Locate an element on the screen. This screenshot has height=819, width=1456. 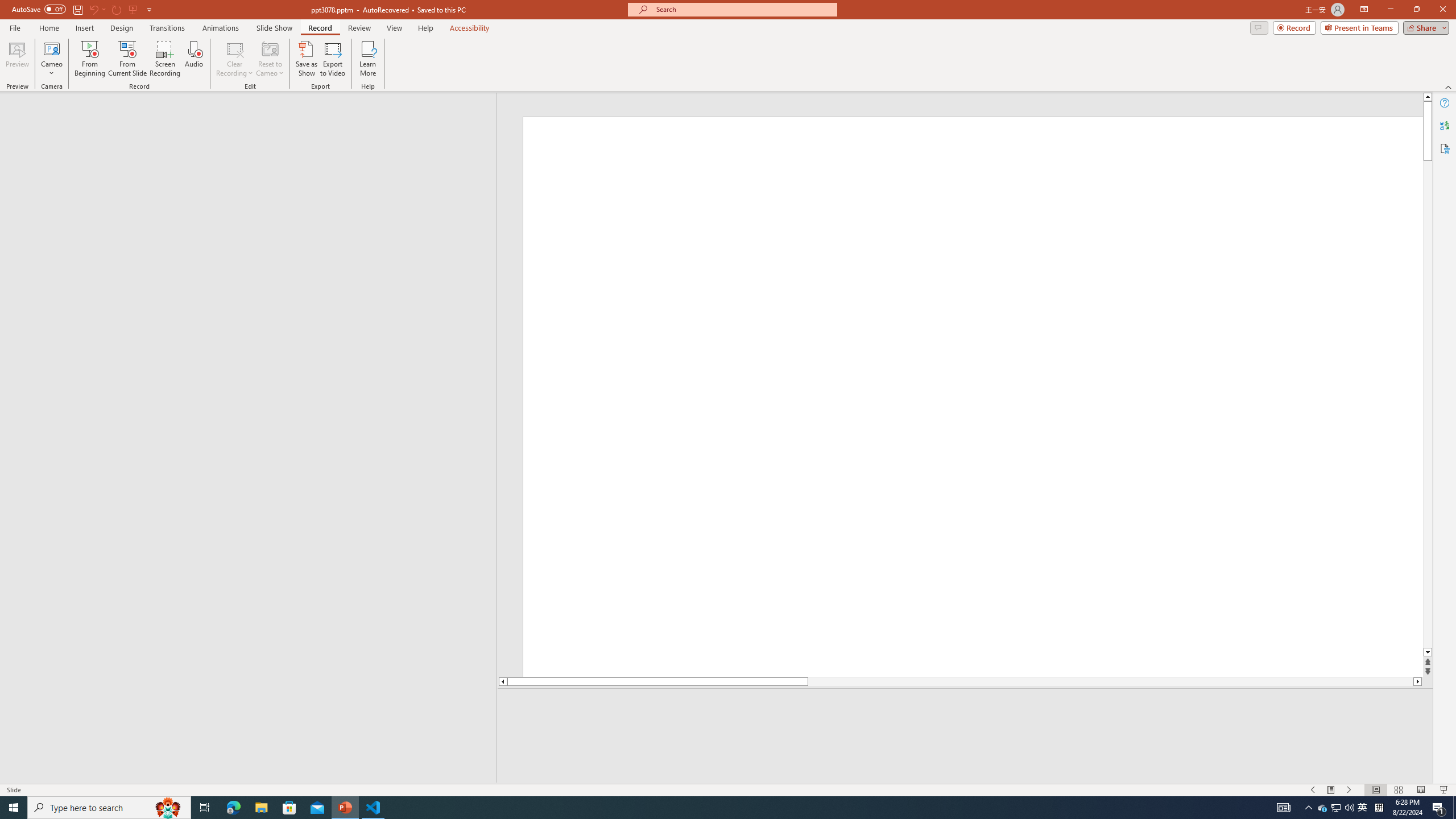
'Export to Video' is located at coordinates (332, 59).